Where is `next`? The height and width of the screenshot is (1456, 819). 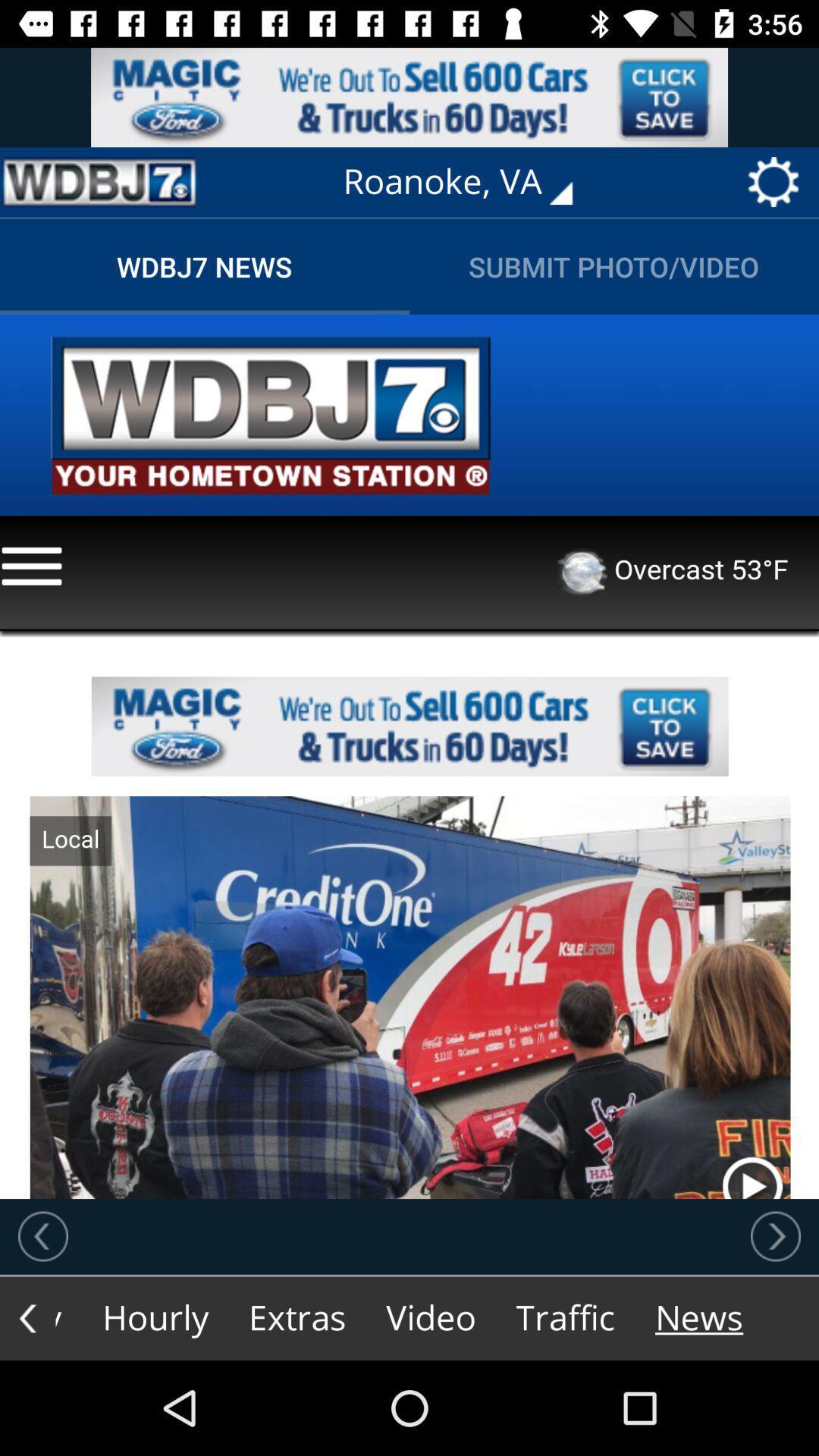 next is located at coordinates (775, 1236).